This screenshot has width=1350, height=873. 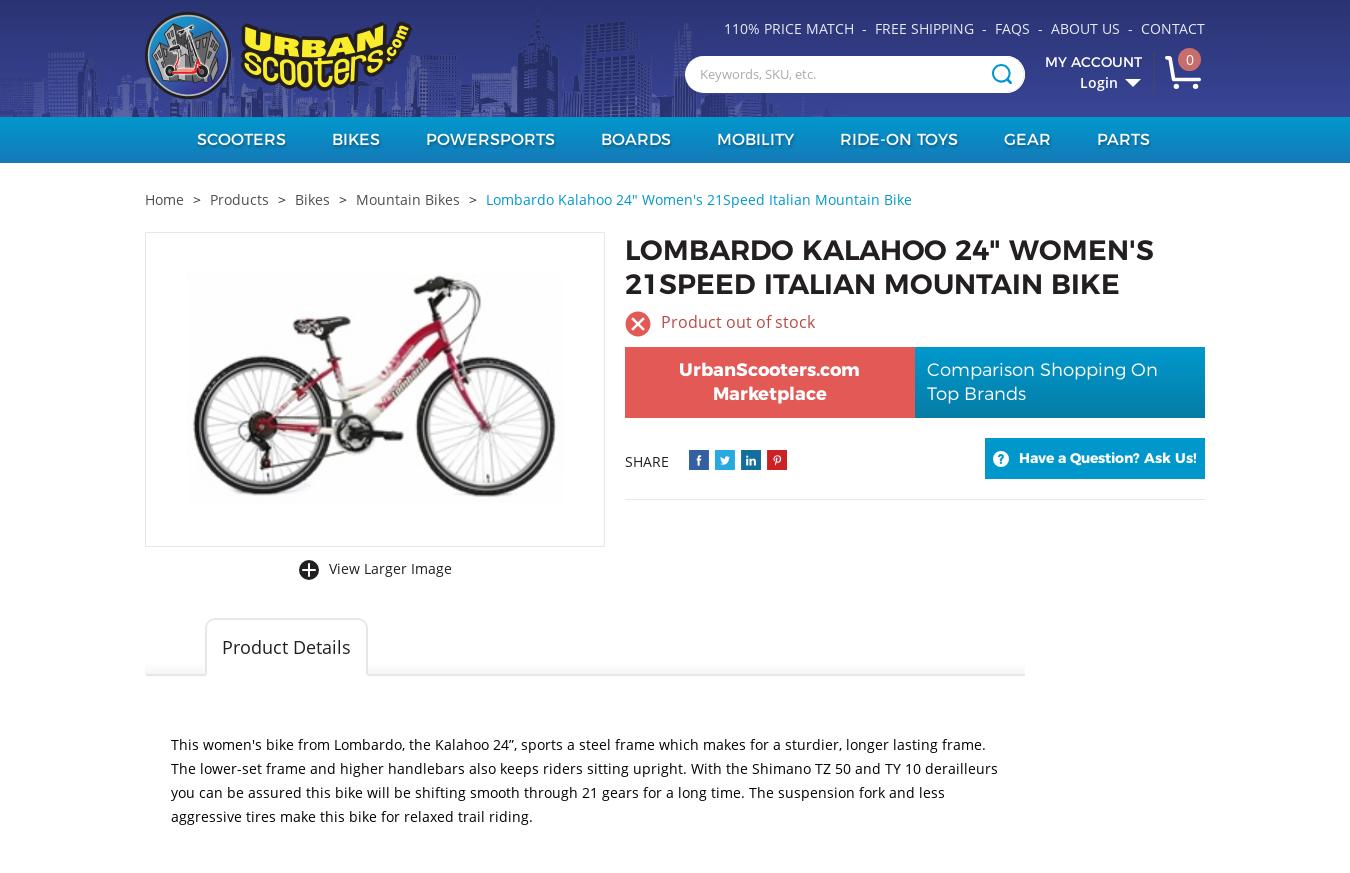 I want to click on 'Mobility', so click(x=715, y=139).